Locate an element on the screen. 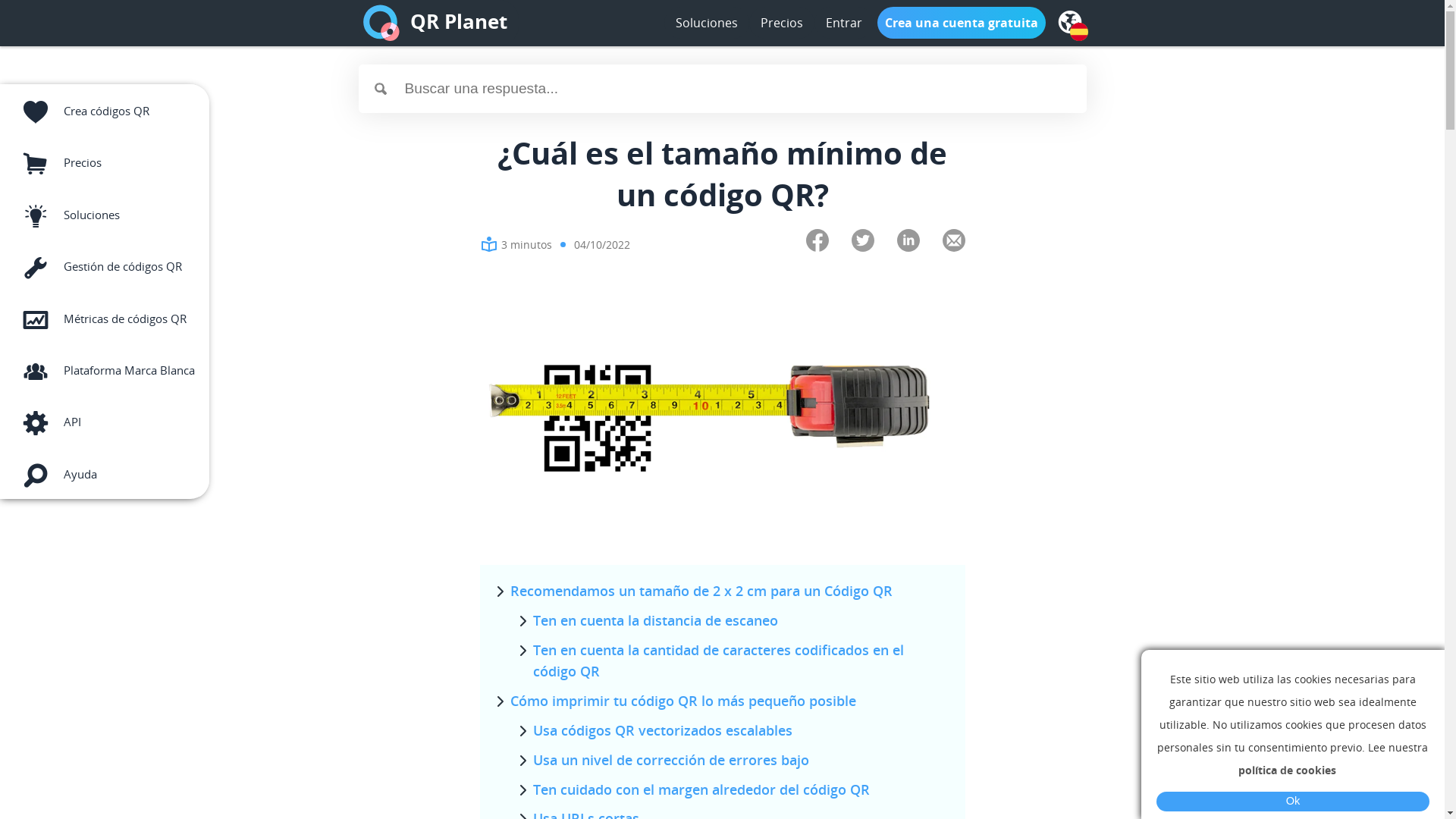  'Share on Facebook' is located at coordinates (815, 241).